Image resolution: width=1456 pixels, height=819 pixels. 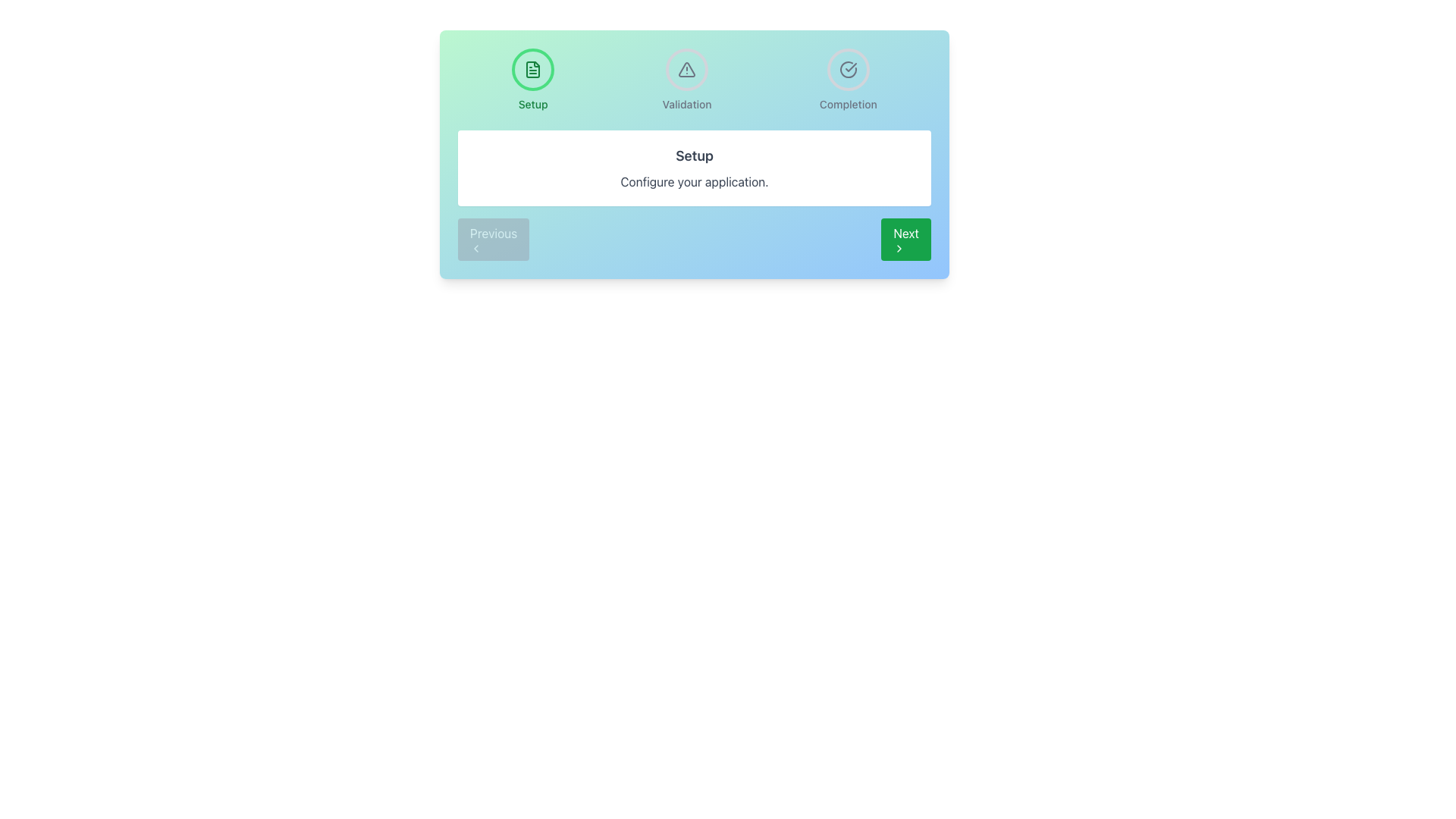 I want to click on the 'Completion' text label, which is styled in gray and located below a circular check mark icon in a vertically stacked group, so click(x=847, y=104).